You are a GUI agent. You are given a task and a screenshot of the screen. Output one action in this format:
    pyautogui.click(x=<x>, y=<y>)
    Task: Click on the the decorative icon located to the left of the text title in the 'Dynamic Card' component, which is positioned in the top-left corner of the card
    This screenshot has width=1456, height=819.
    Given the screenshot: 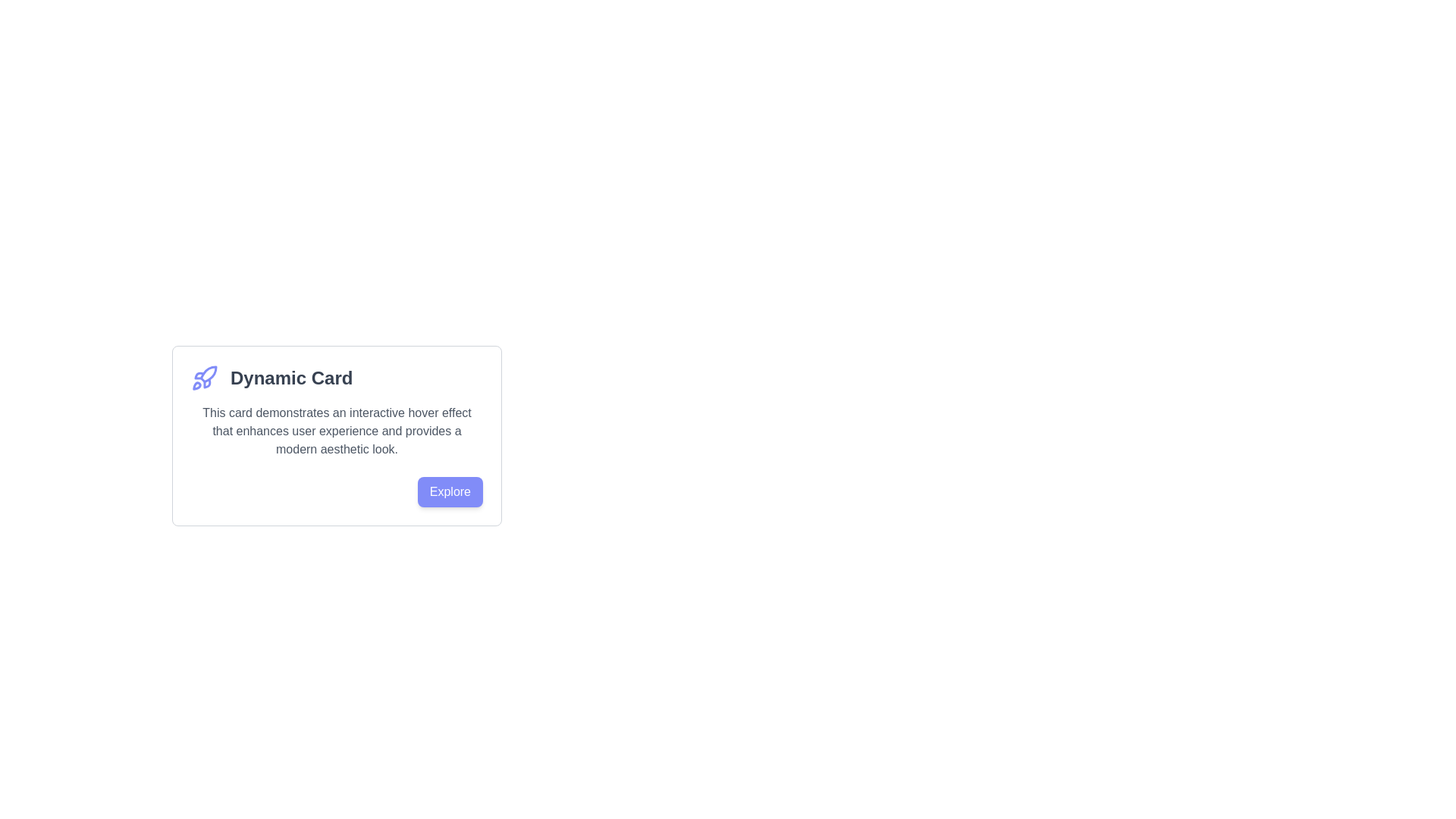 What is the action you would take?
    pyautogui.click(x=203, y=377)
    